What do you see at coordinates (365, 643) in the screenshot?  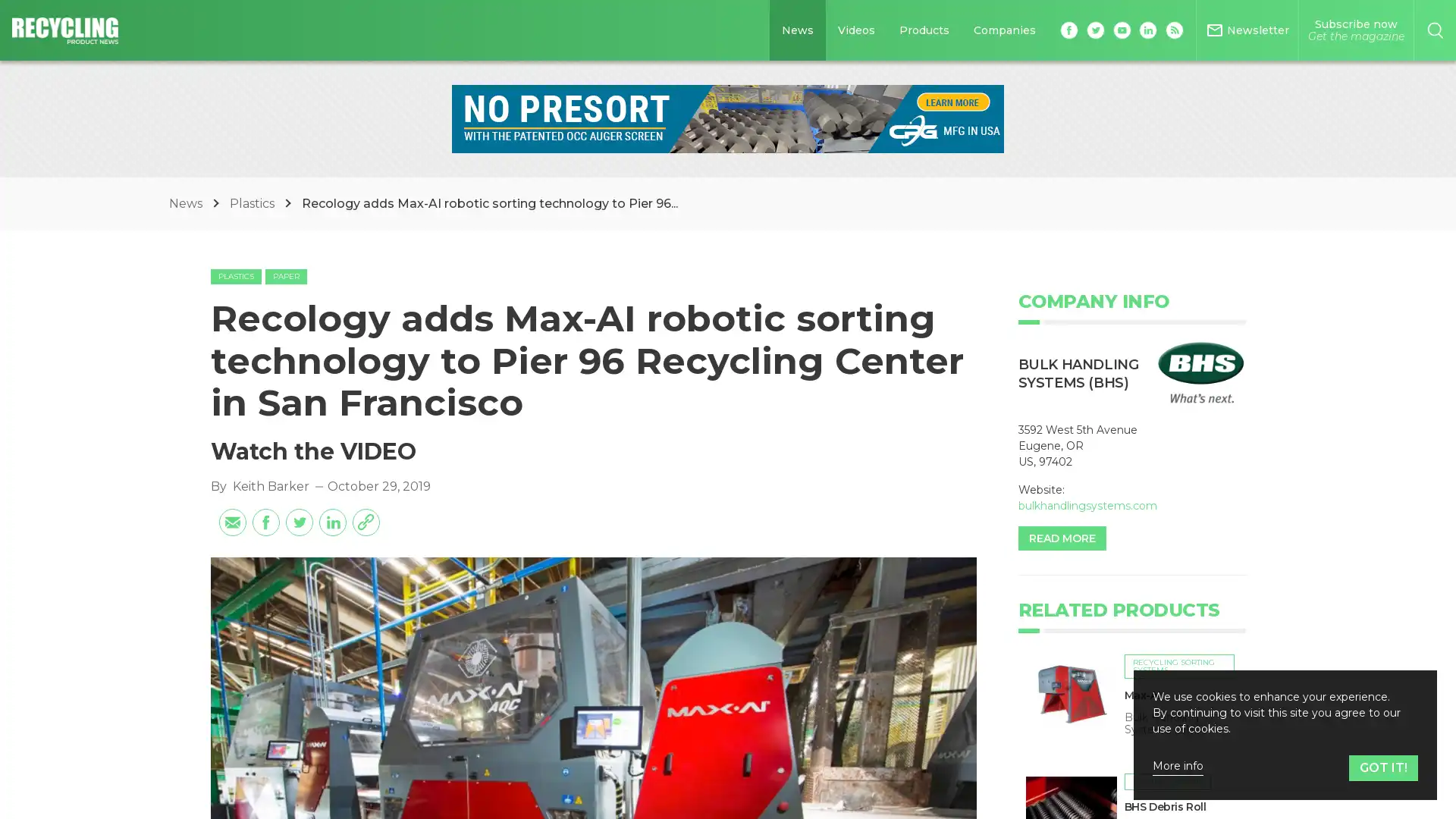 I see `Copy the link` at bounding box center [365, 643].